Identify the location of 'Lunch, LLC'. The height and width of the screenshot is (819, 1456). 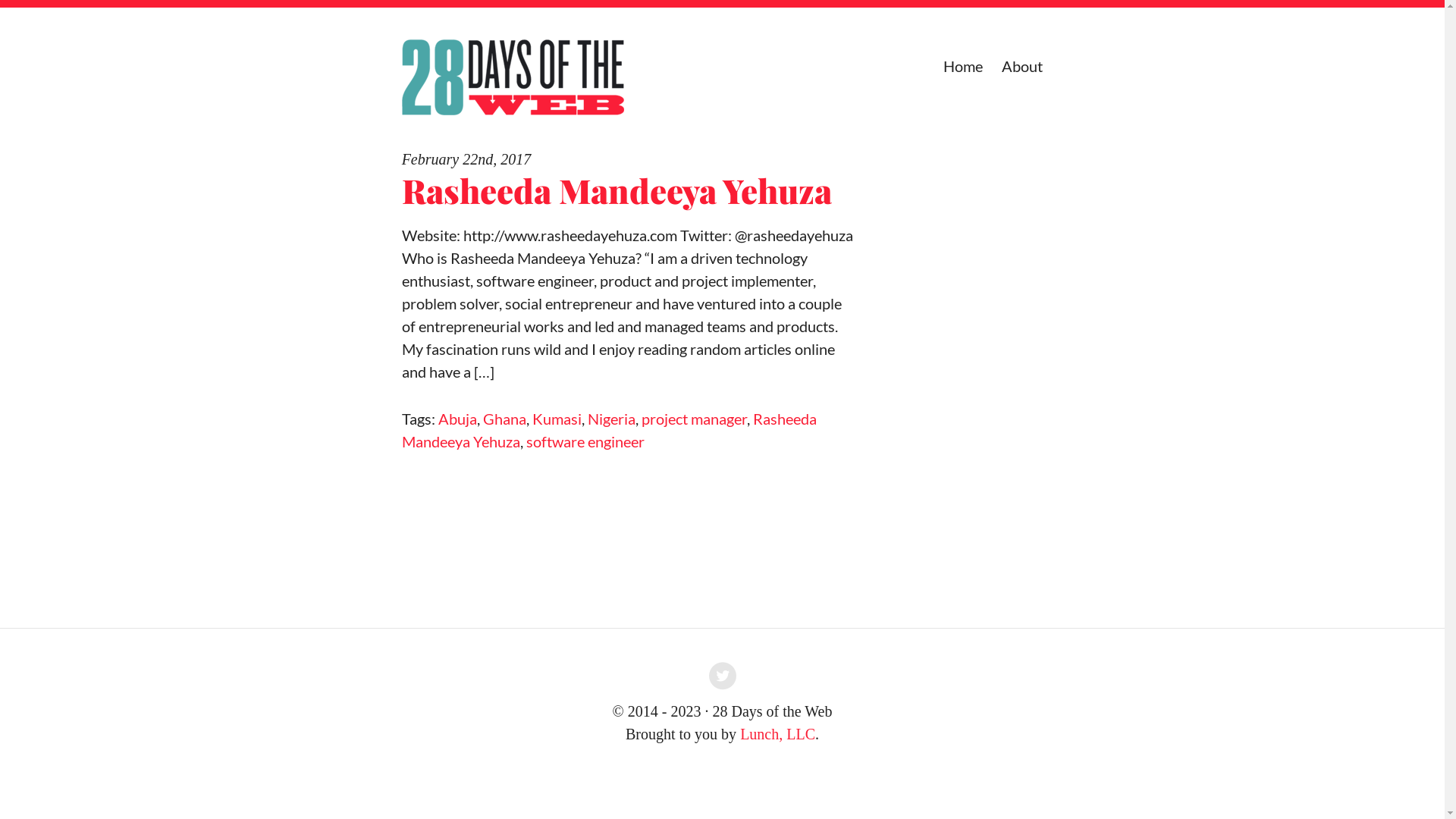
(777, 733).